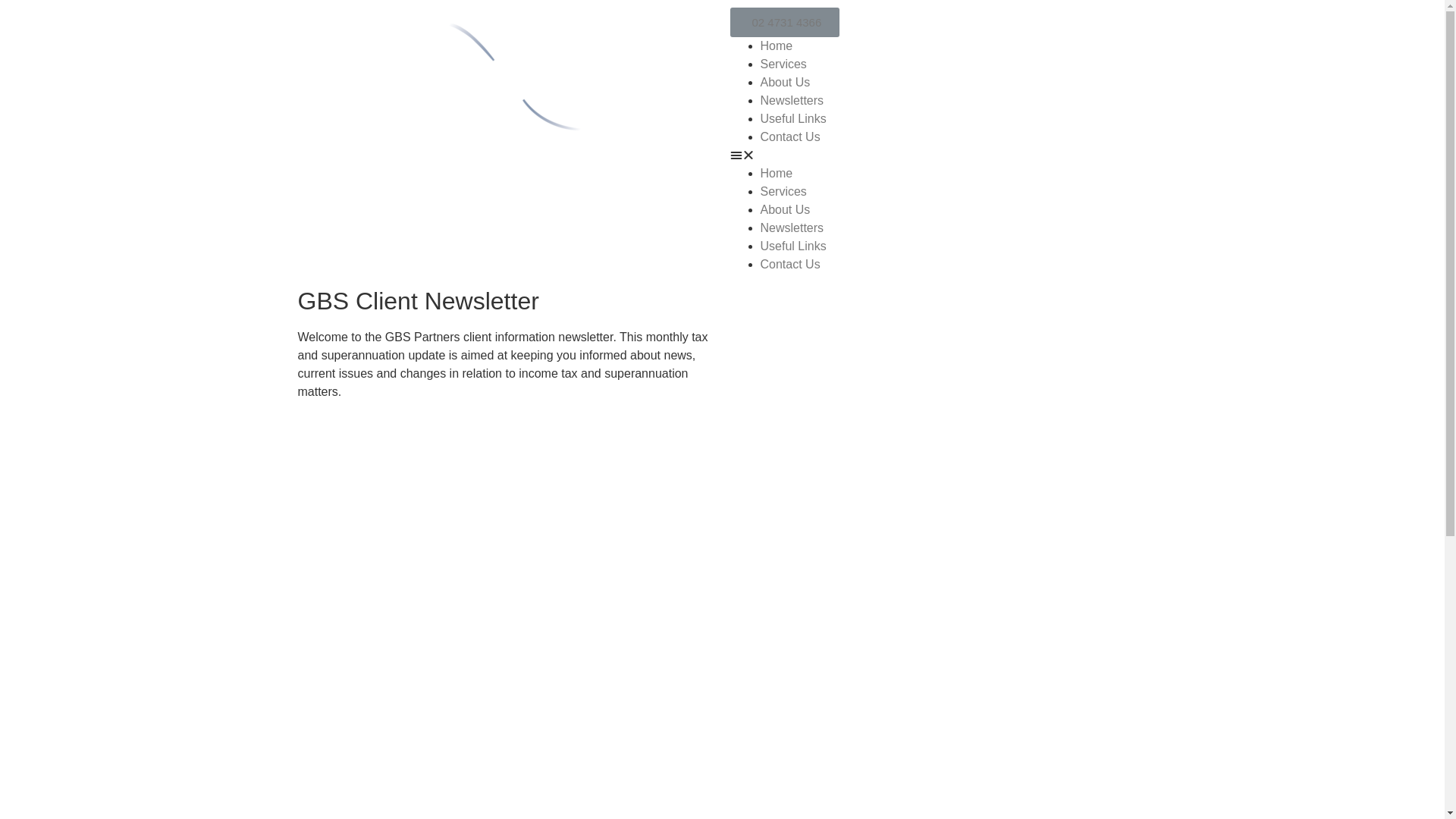  What do you see at coordinates (789, 136) in the screenshot?
I see `'Contact Us'` at bounding box center [789, 136].